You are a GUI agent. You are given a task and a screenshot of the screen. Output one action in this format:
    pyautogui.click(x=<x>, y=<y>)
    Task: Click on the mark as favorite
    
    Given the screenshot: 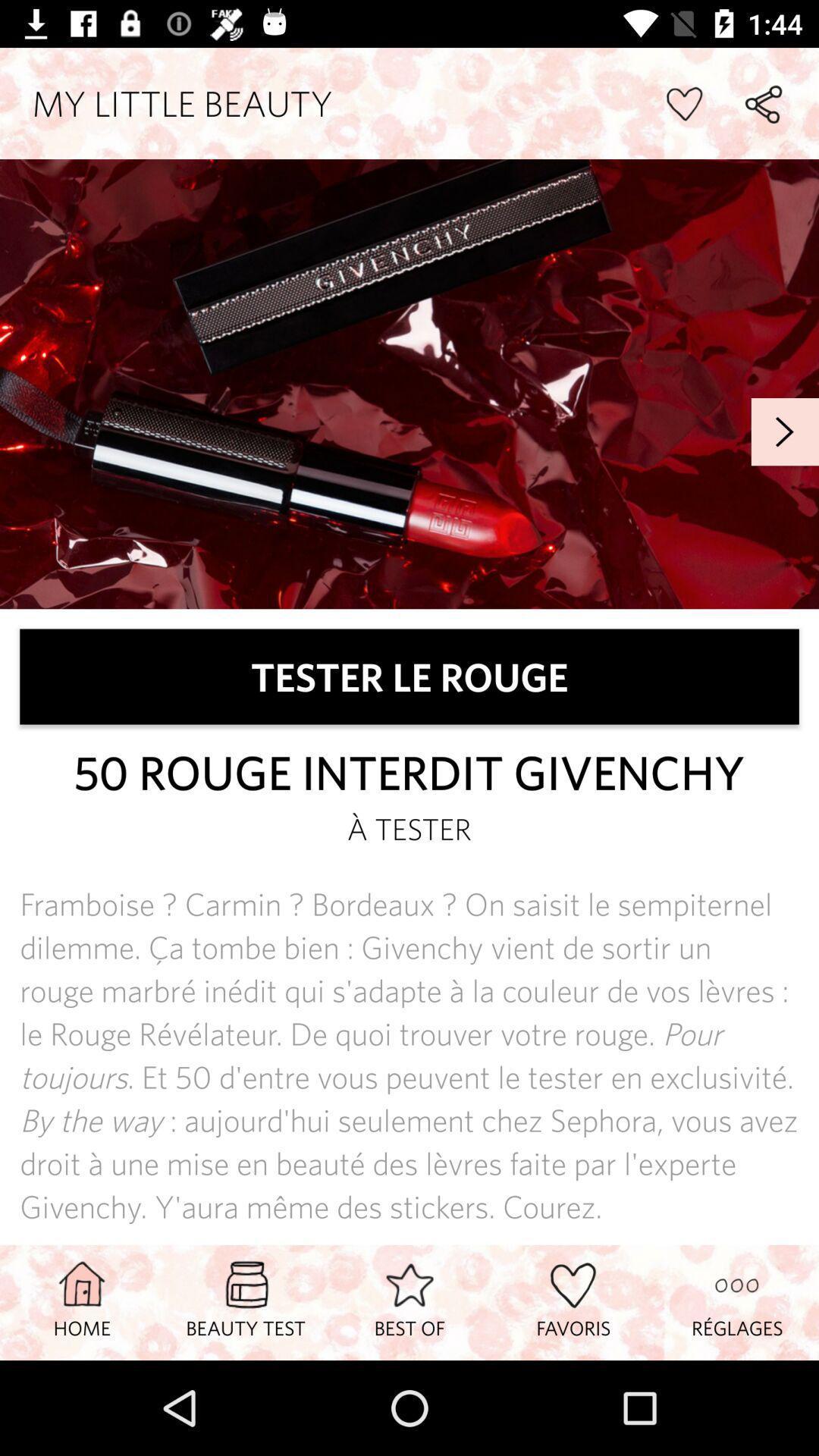 What is the action you would take?
    pyautogui.click(x=683, y=102)
    